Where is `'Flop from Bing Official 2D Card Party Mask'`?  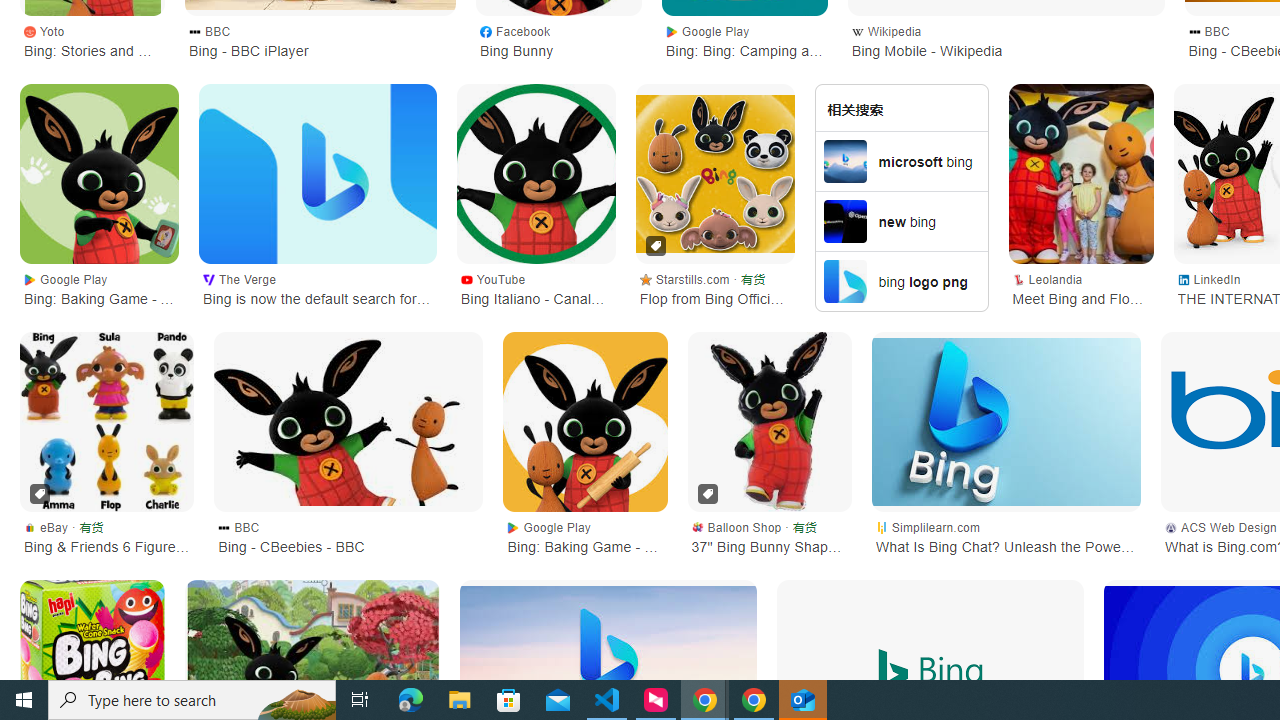 'Flop from Bing Official 2D Card Party Mask' is located at coordinates (714, 173).